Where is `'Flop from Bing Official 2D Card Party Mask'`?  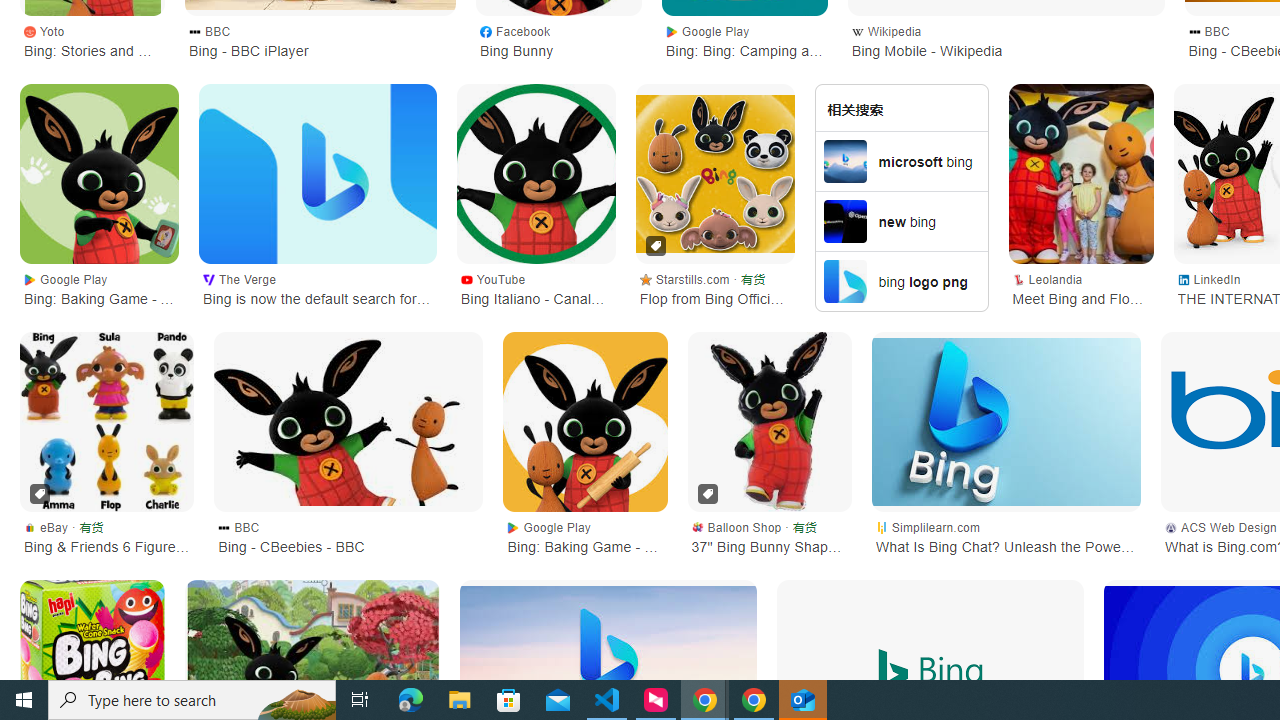 'Flop from Bing Official 2D Card Party Mask' is located at coordinates (714, 173).